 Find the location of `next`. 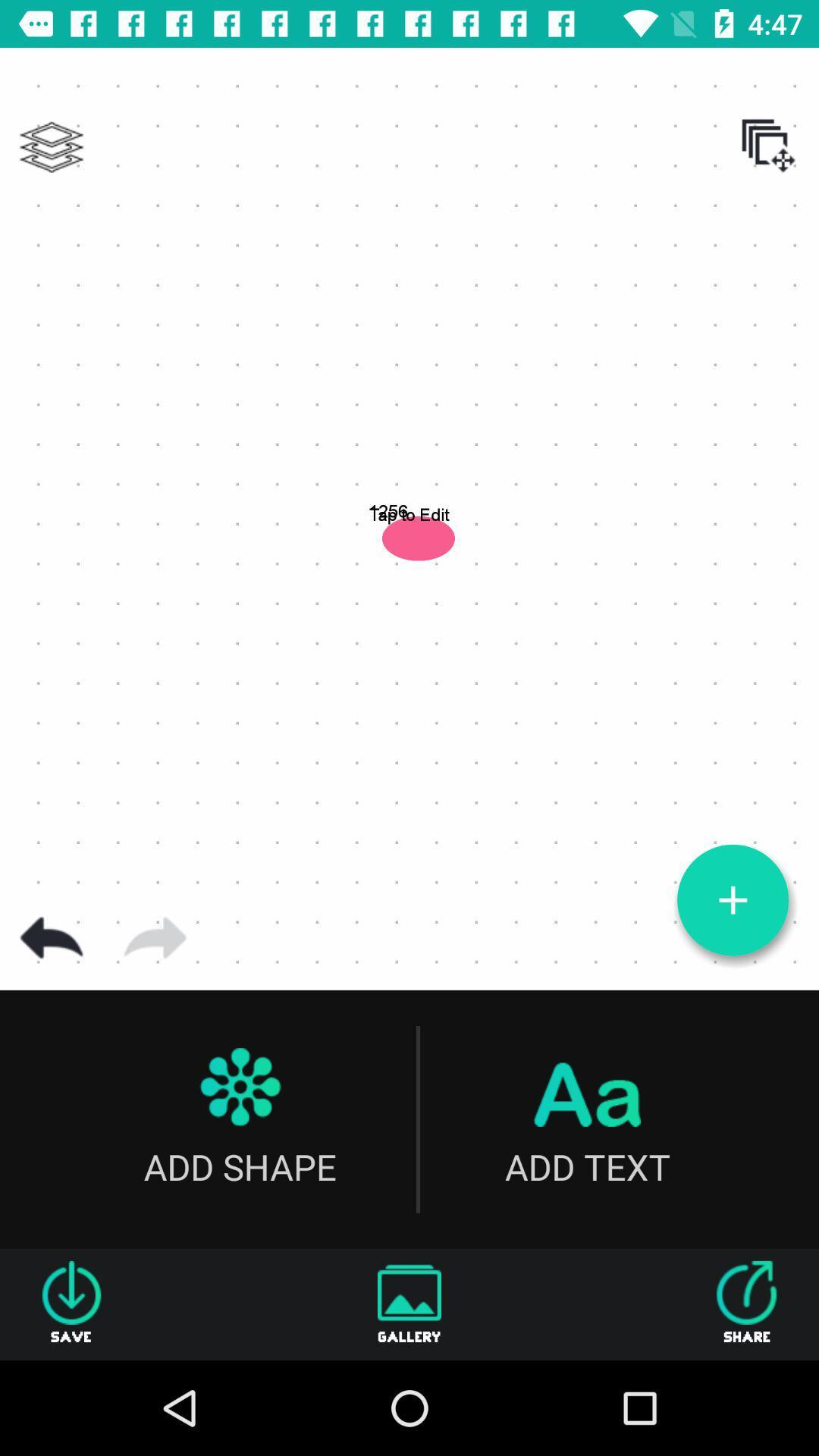

next is located at coordinates (155, 937).